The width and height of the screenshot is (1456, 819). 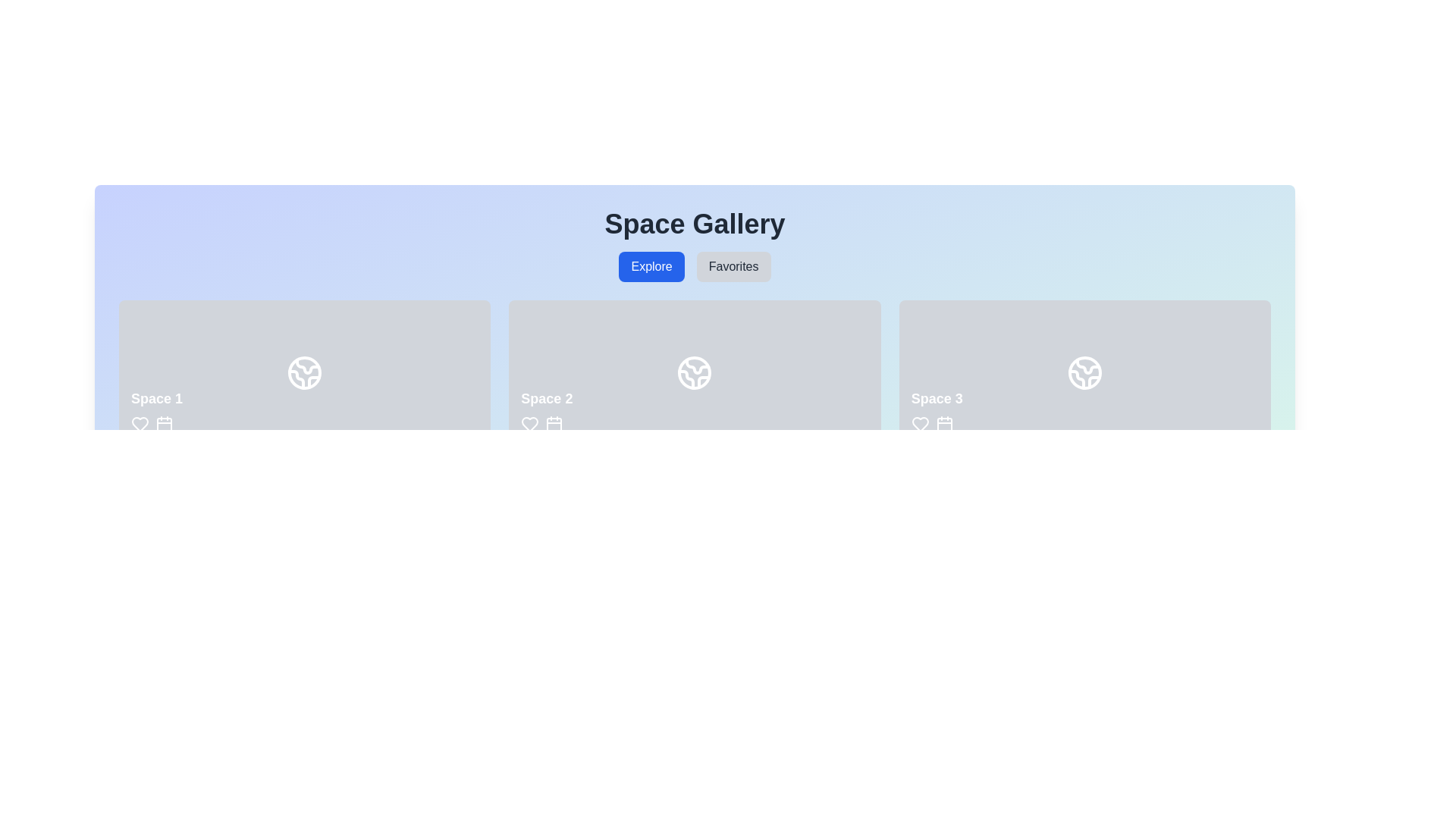 I want to click on the Calendar icon located at the bottom-left area of the third item in a horizontally aligned grid, so click(x=943, y=425).